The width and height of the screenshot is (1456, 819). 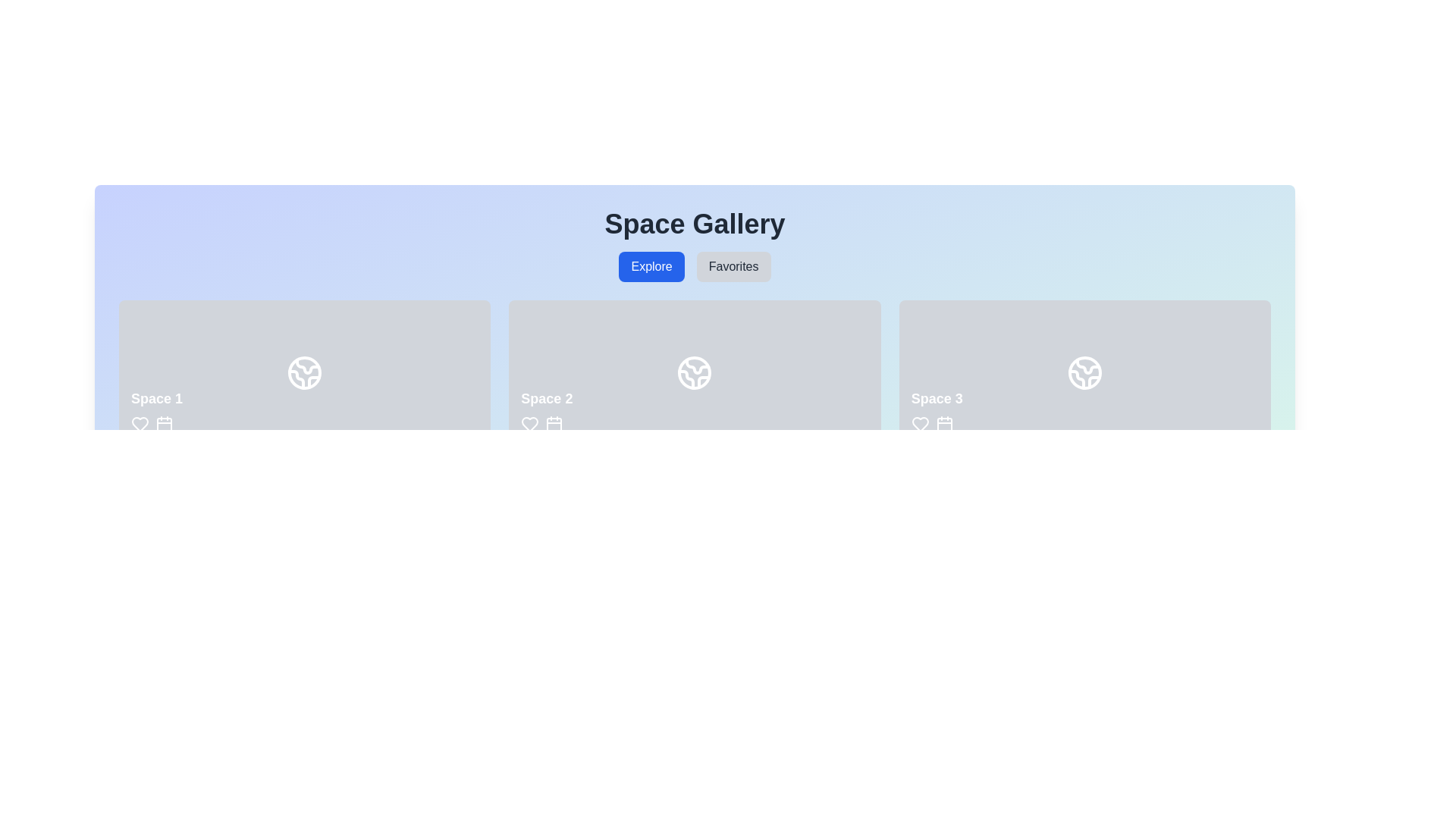 I want to click on the Calendar icon located at the bottom-left area of the third item in a horizontally aligned grid, so click(x=943, y=425).